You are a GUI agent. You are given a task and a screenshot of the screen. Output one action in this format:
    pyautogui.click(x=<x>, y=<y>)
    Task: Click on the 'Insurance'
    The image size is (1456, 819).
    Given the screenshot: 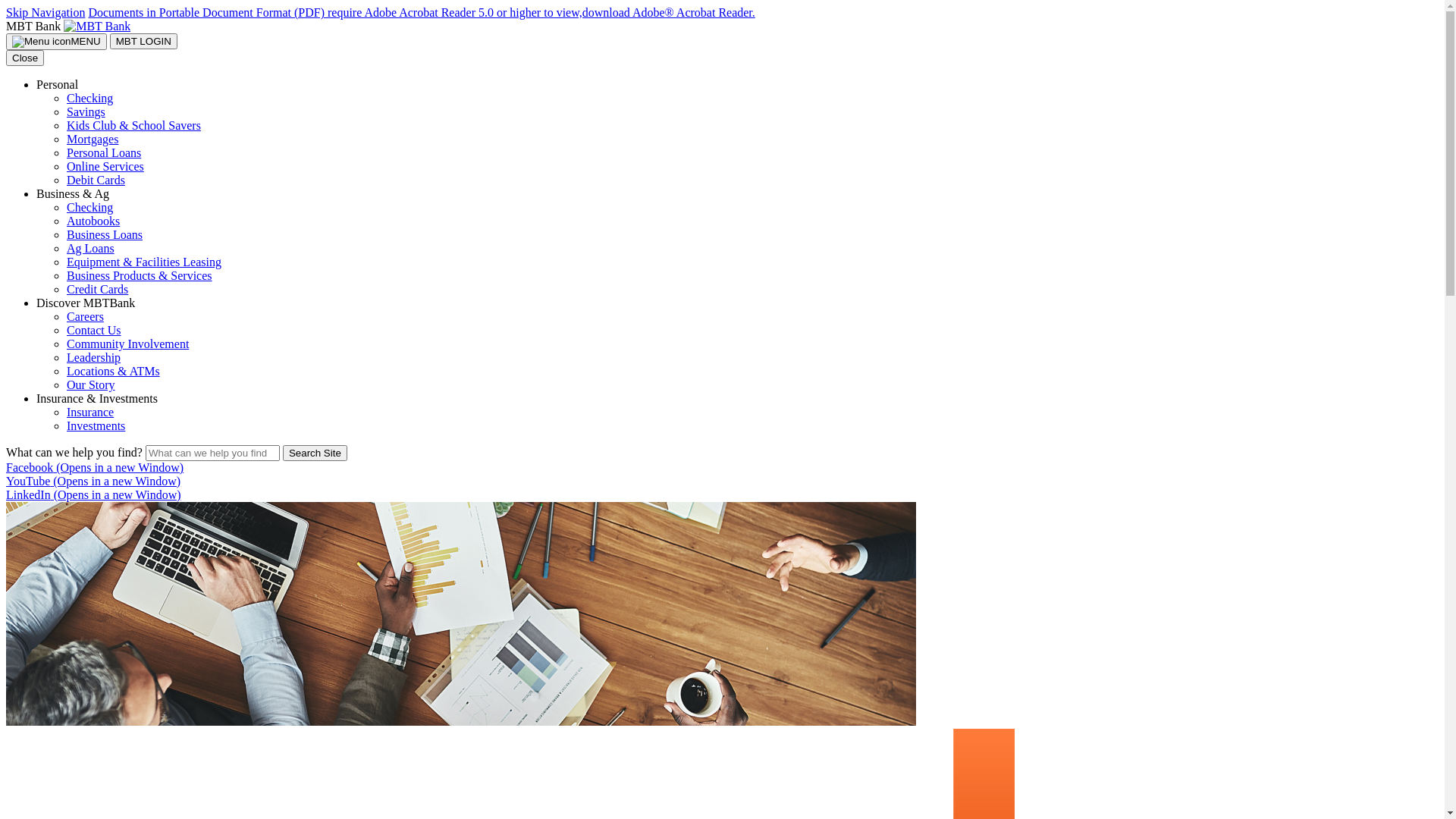 What is the action you would take?
    pyautogui.click(x=89, y=412)
    